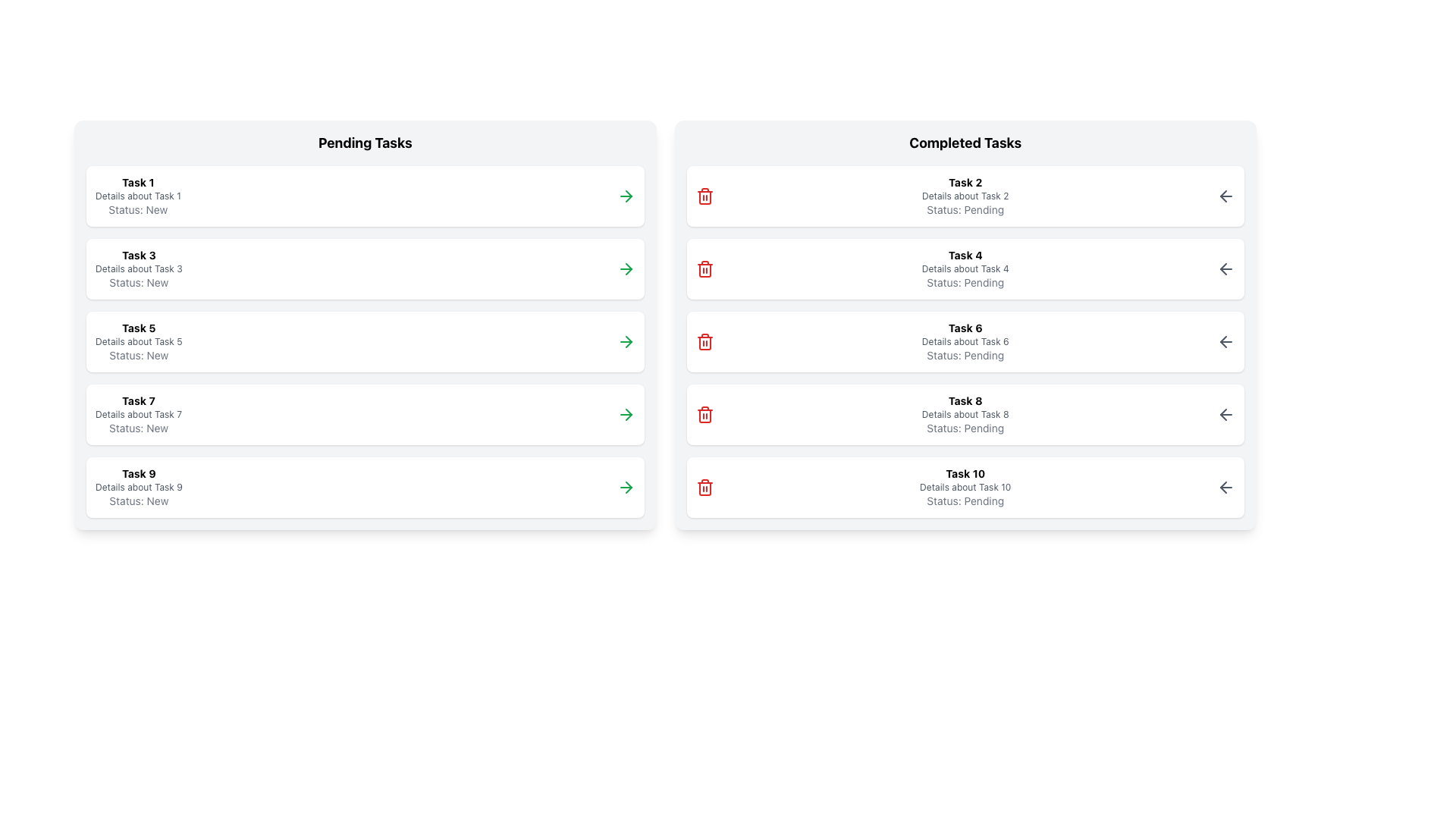 The height and width of the screenshot is (819, 1456). What do you see at coordinates (139, 282) in the screenshot?
I see `the text label displaying the current status of 'Task 3' as 'New', which is positioned below the 'Details about Task 3' text in the 'Pending Tasks' column` at bounding box center [139, 282].